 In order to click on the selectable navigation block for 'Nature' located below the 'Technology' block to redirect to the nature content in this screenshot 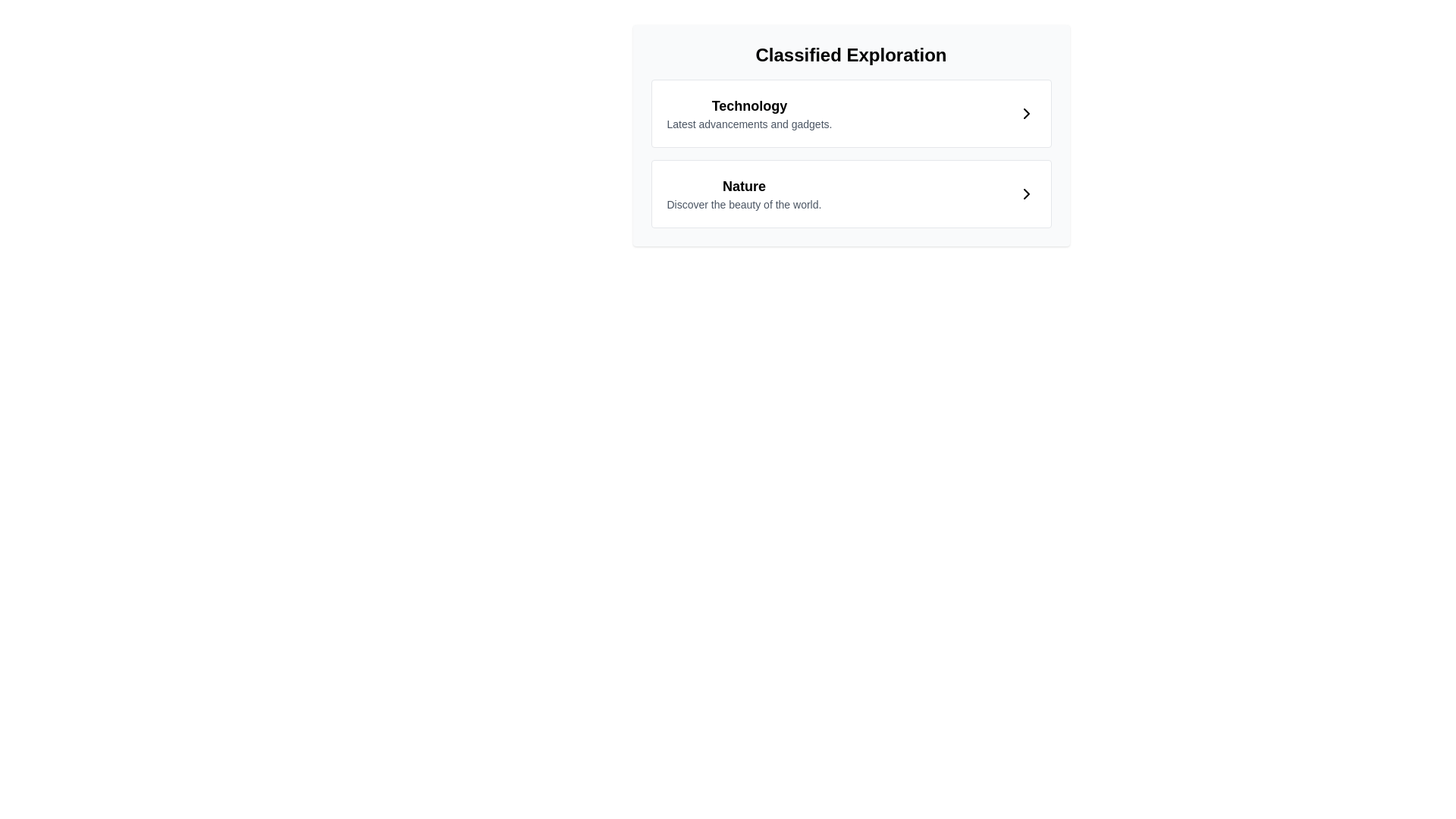, I will do `click(851, 193)`.